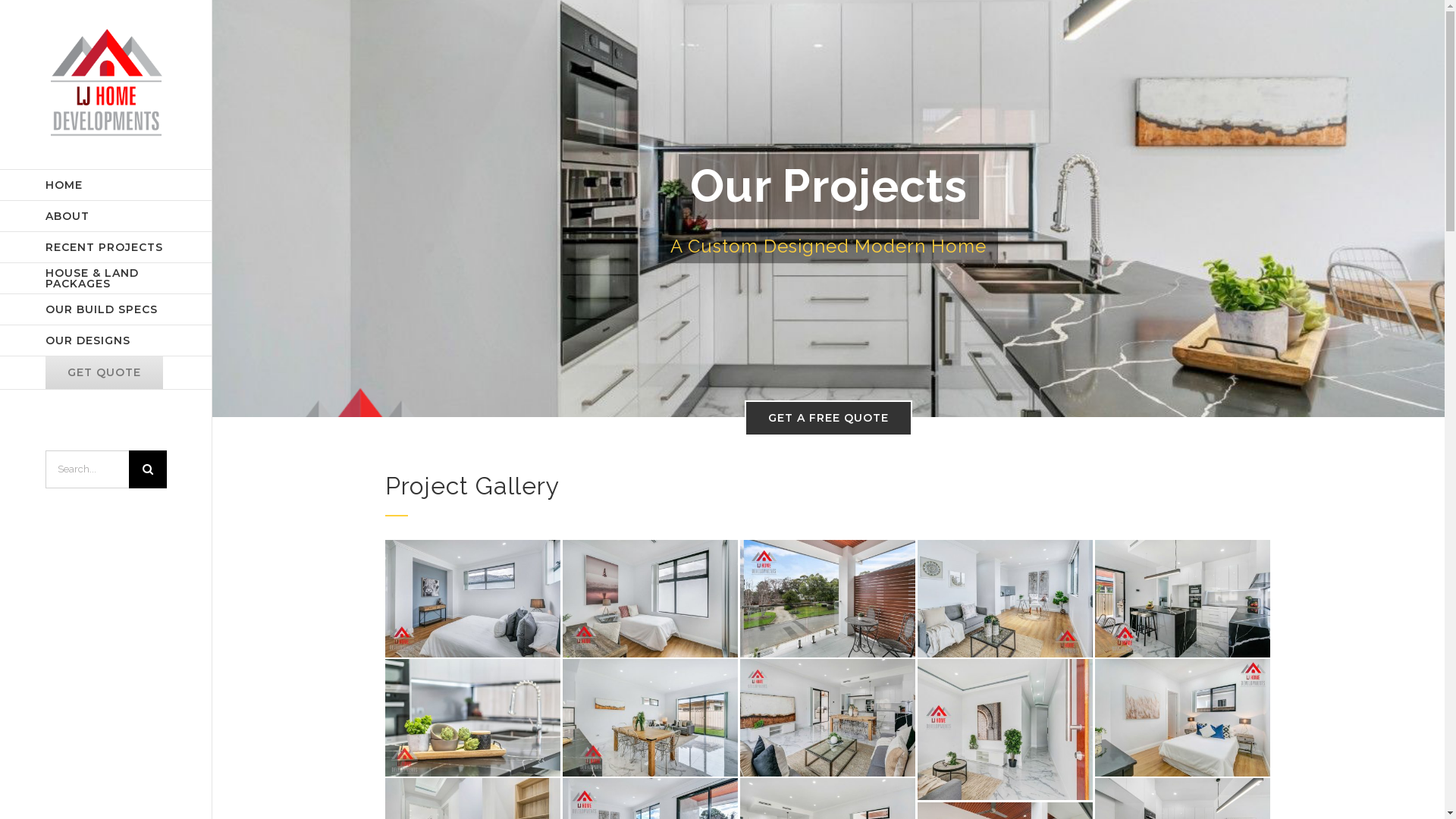  What do you see at coordinates (827, 598) in the screenshot?
I see `'14'` at bounding box center [827, 598].